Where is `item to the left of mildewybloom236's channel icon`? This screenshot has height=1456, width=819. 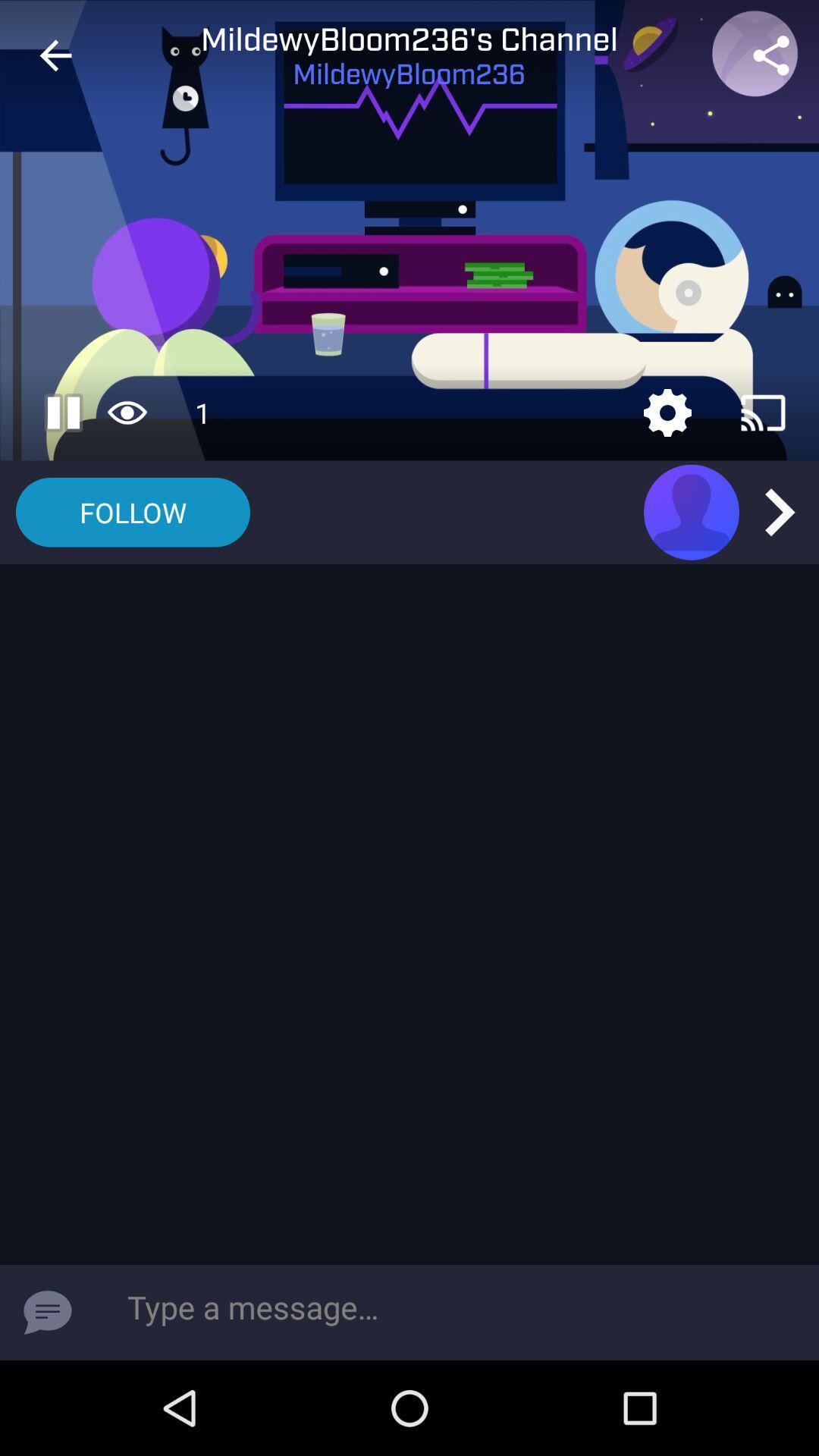
item to the left of mildewybloom236's channel icon is located at coordinates (55, 55).